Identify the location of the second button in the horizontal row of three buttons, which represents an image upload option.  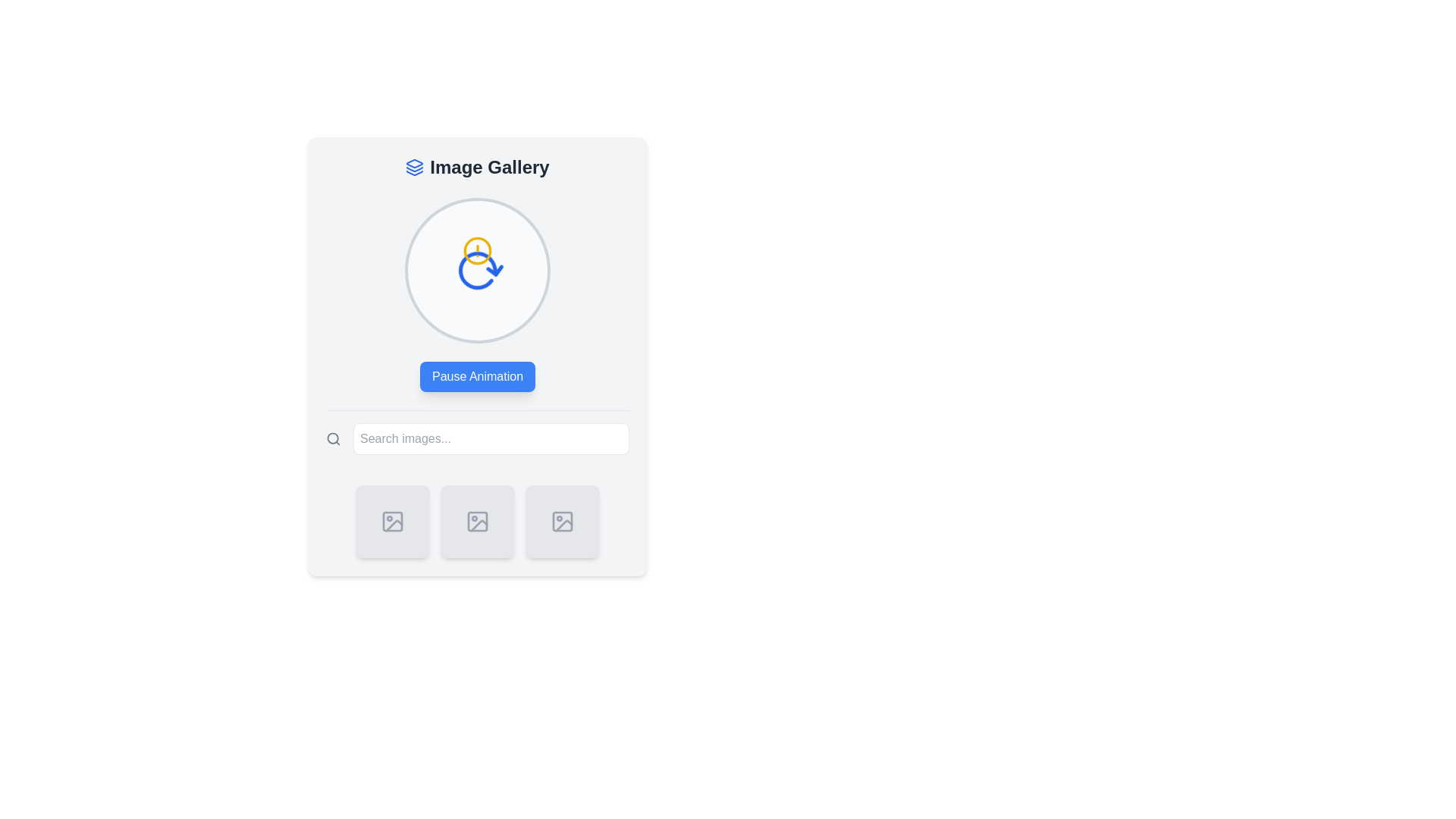
(476, 520).